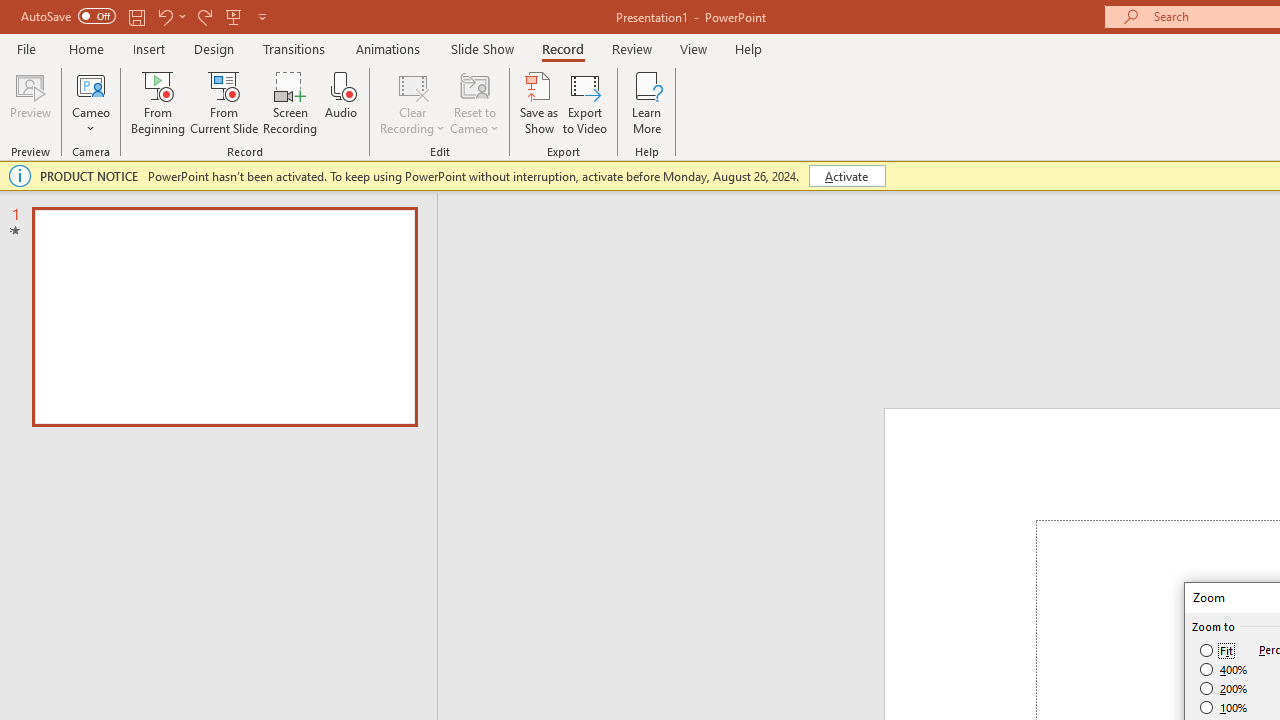  Describe the element at coordinates (1223, 669) in the screenshot. I see `'400%'` at that location.